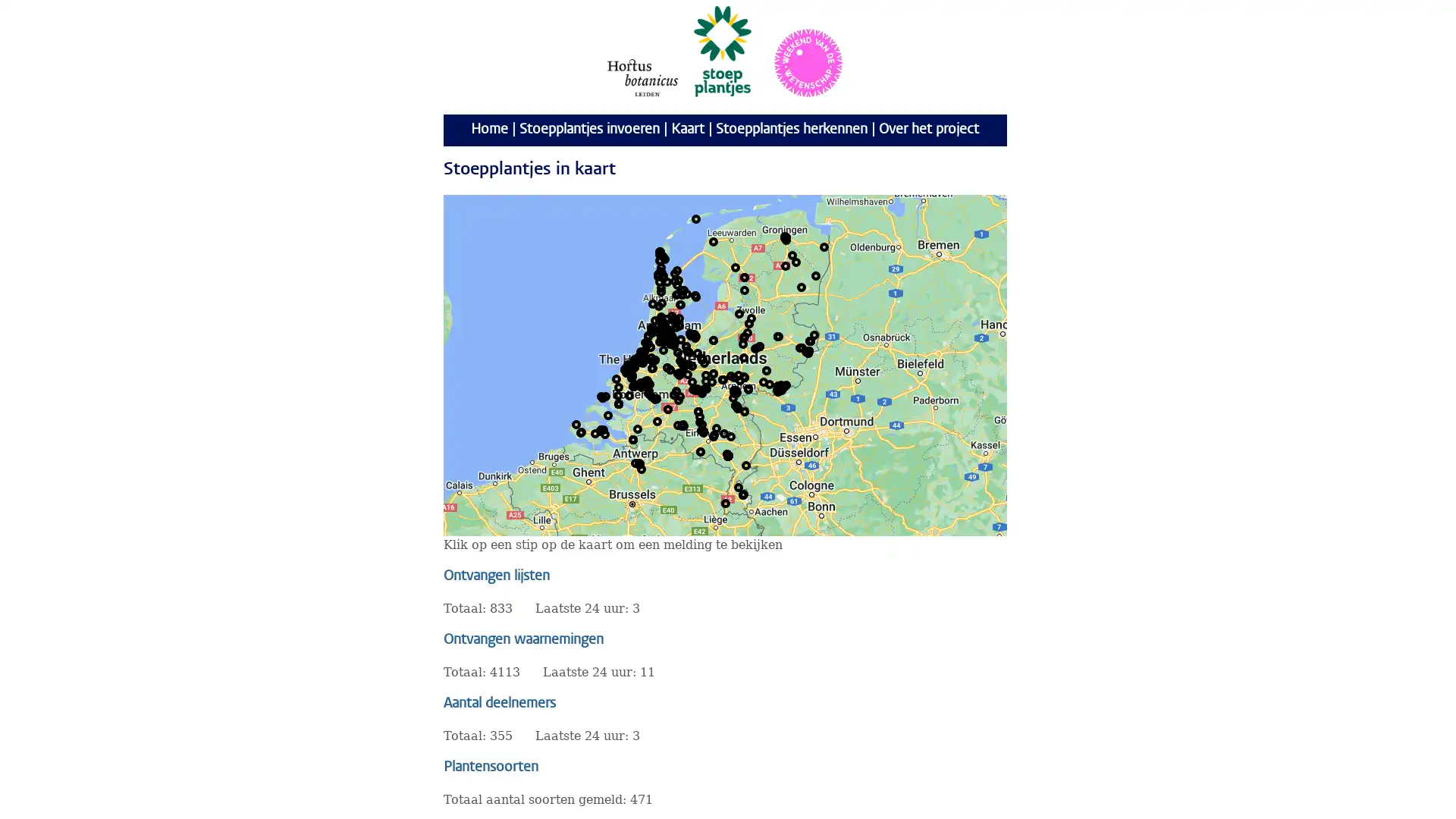 The width and height of the screenshot is (1456, 819). Describe the element at coordinates (651, 346) in the screenshot. I see `Telling van Axel Gunderson op 26 april 2022` at that location.